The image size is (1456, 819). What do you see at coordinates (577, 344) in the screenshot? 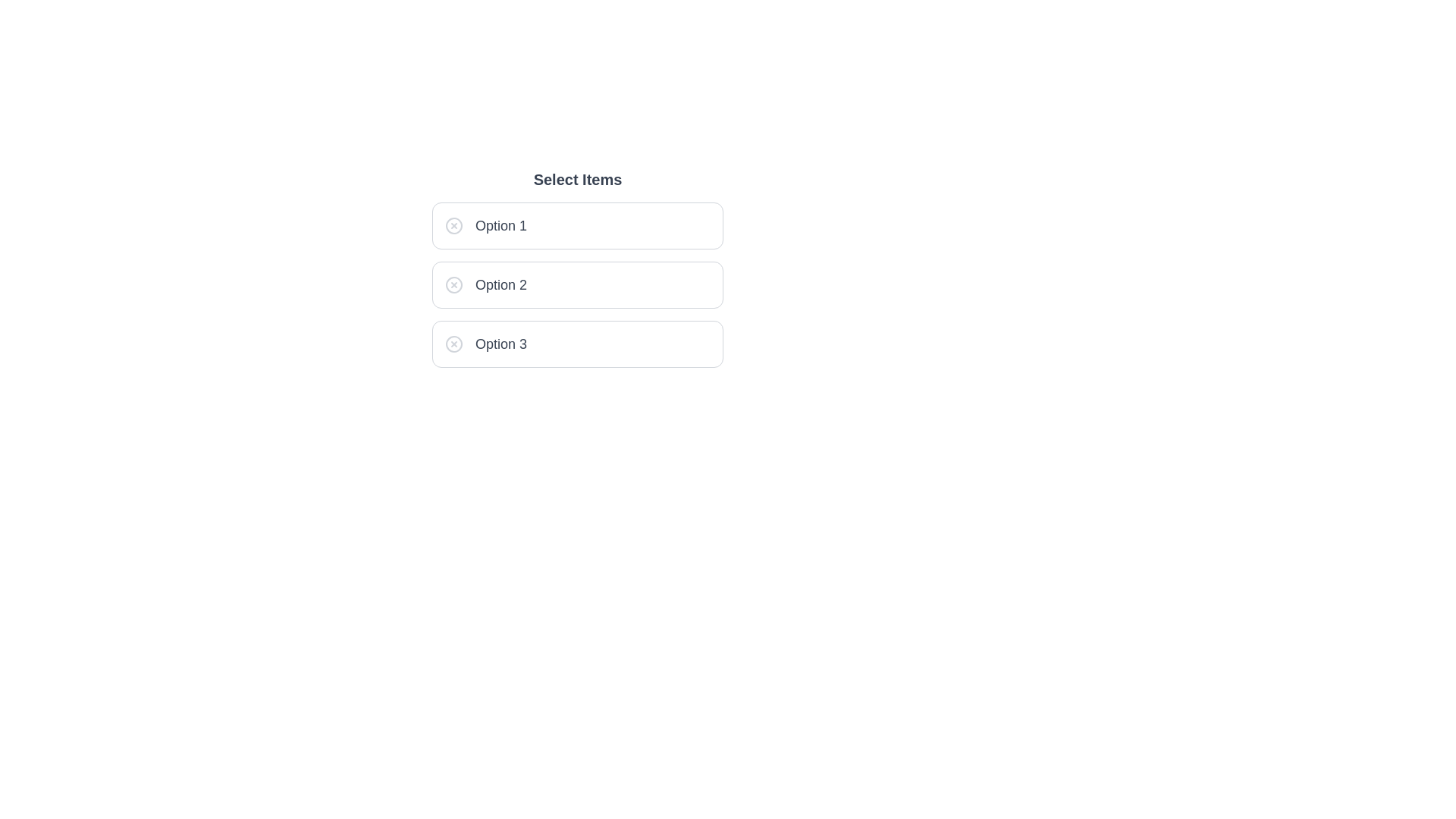
I see `the third button in the vertical list of options` at bounding box center [577, 344].